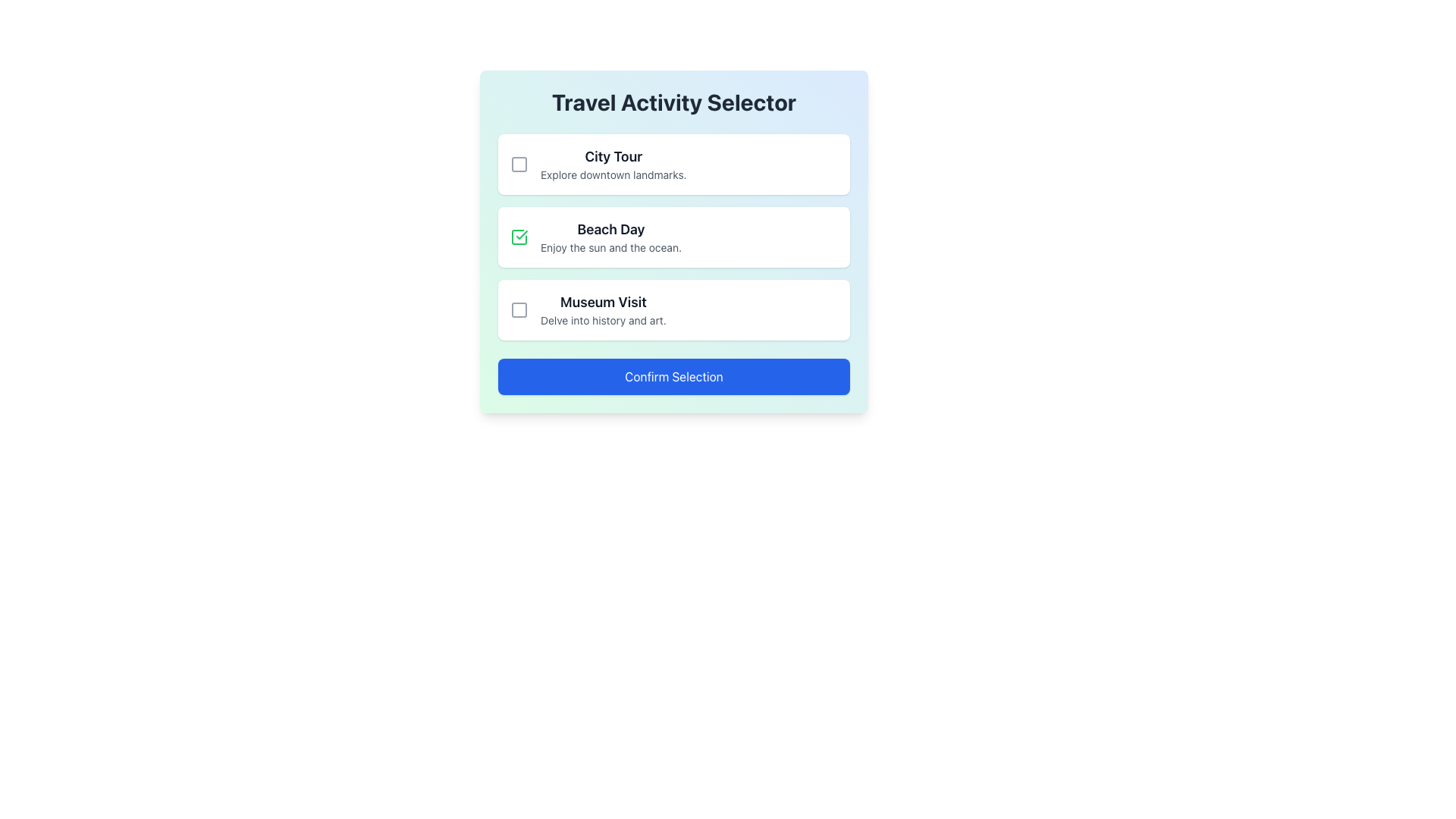 This screenshot has width=1456, height=819. Describe the element at coordinates (613, 164) in the screenshot. I see `the text block that serves as the title and description for the 'City Tour' option, located in the first card of the vertical list of activity choices` at that location.